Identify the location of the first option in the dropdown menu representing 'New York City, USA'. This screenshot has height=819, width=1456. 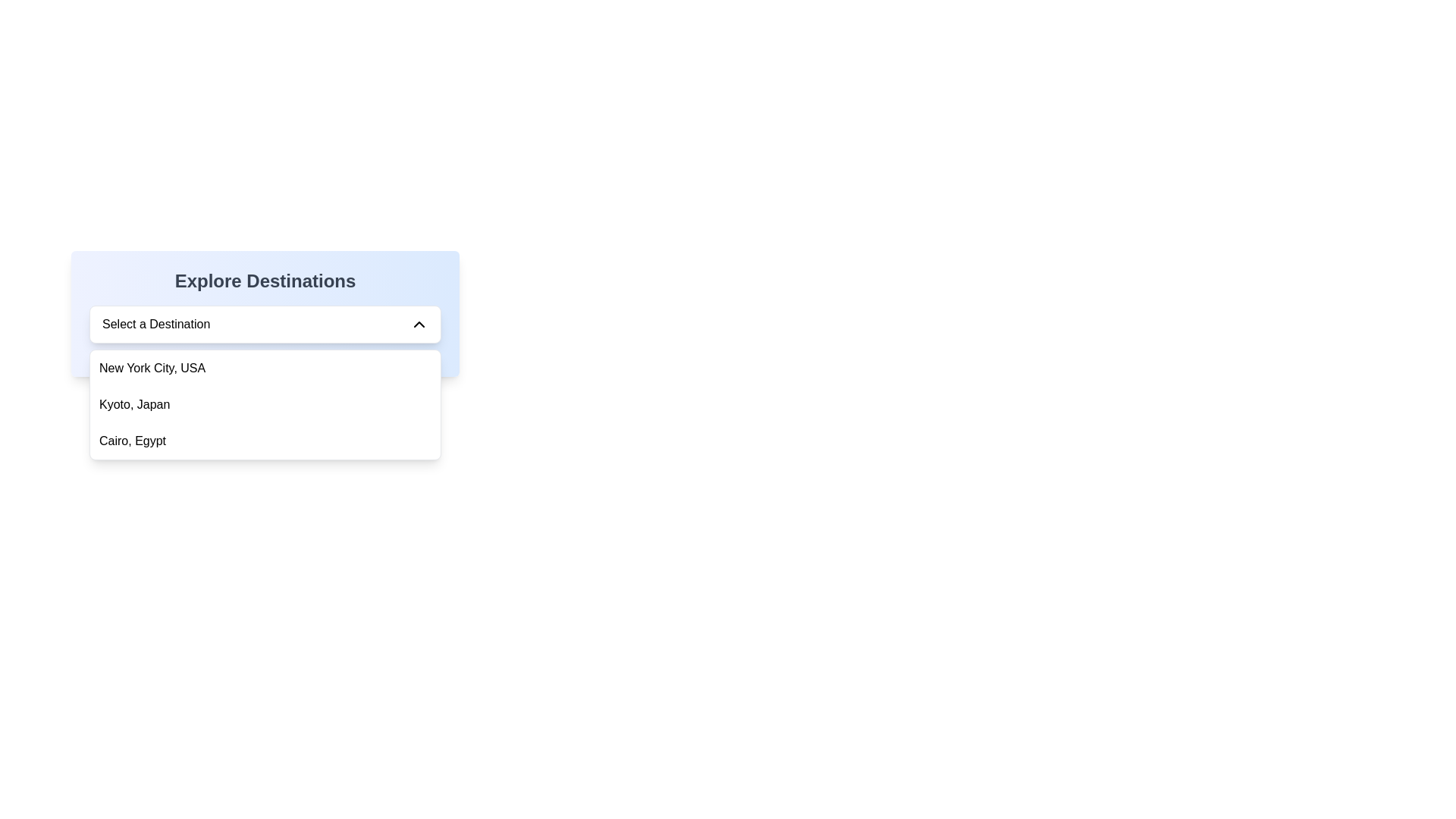
(265, 369).